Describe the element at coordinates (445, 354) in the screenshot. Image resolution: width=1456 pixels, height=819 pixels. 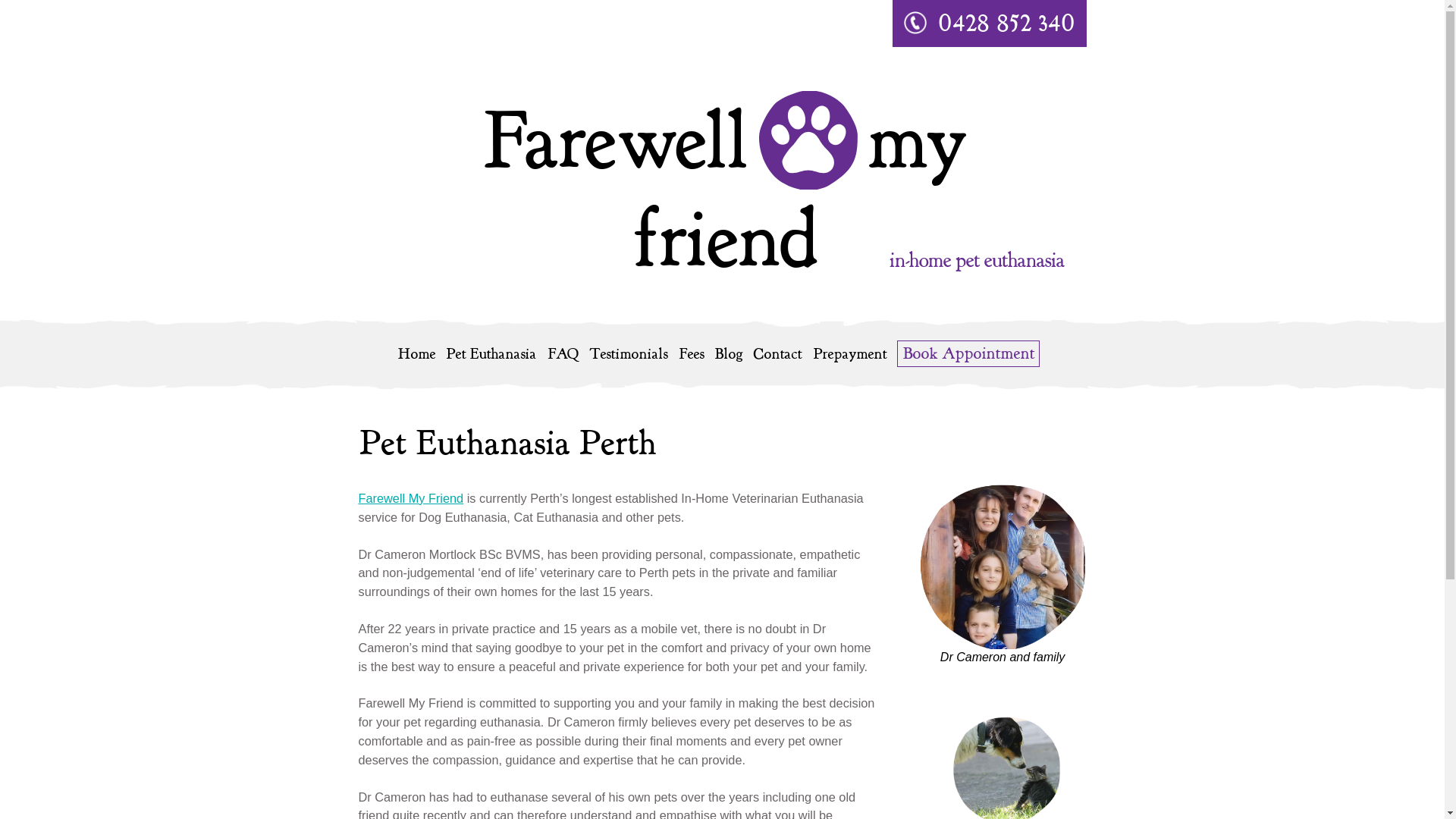
I see `'Pet Euthanasia'` at that location.